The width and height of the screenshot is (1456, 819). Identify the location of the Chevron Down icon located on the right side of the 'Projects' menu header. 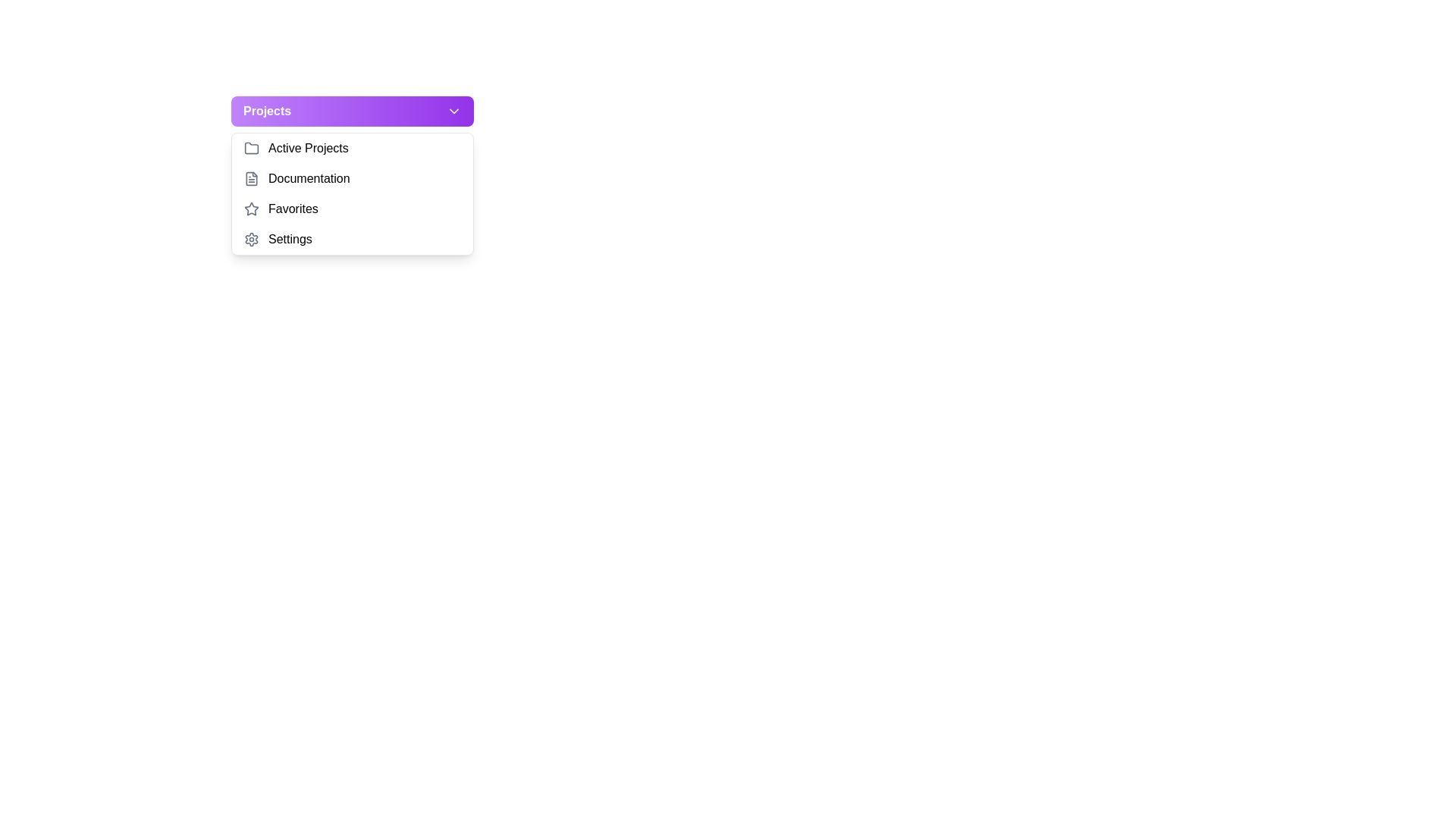
(453, 110).